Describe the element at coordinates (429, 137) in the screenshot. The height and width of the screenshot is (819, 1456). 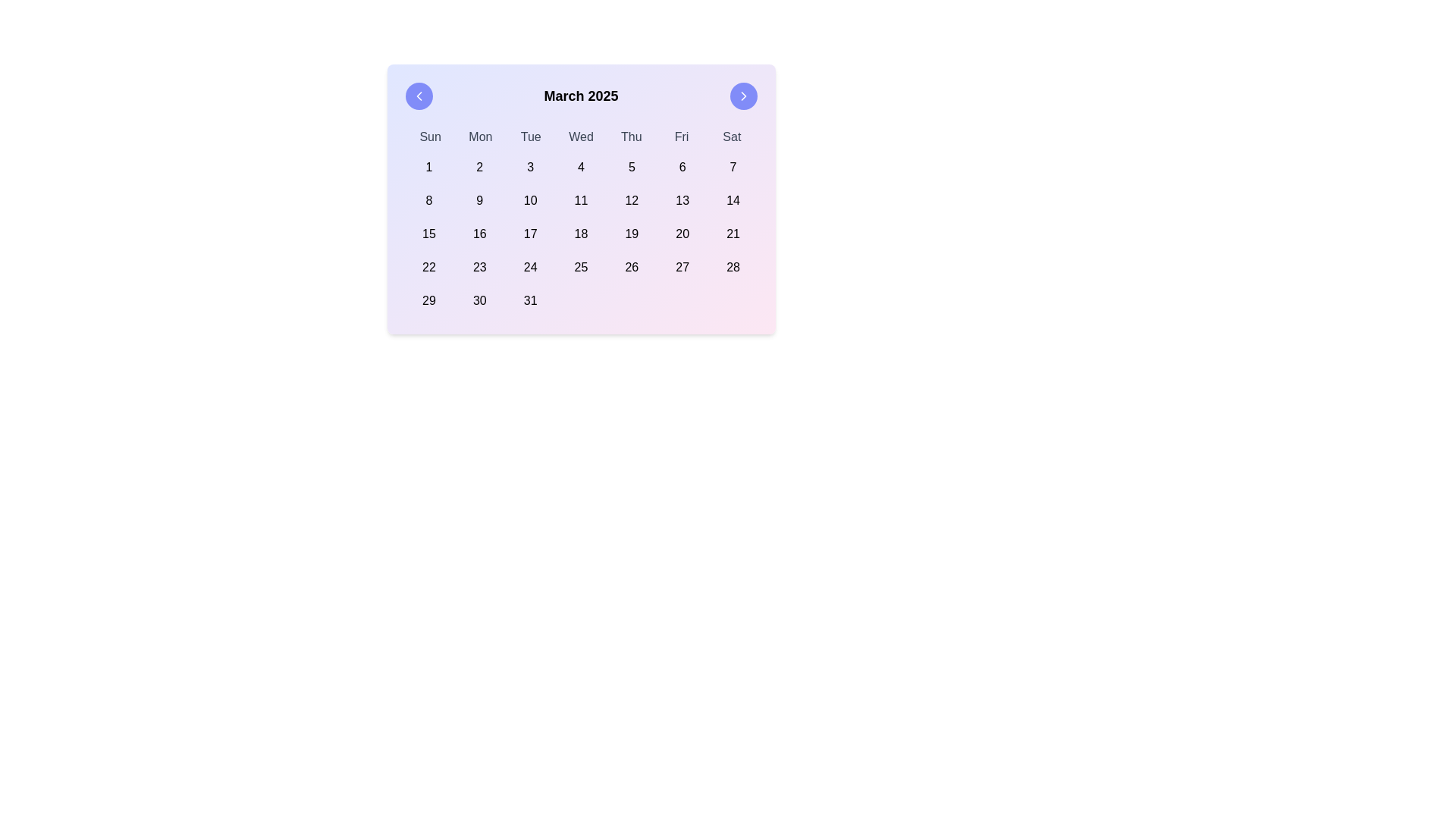
I see `the 'Sun' text label in the calendar header that represents the abbreviation for 'Sunday', located at the leftmost position of the day abbreviations row` at that location.